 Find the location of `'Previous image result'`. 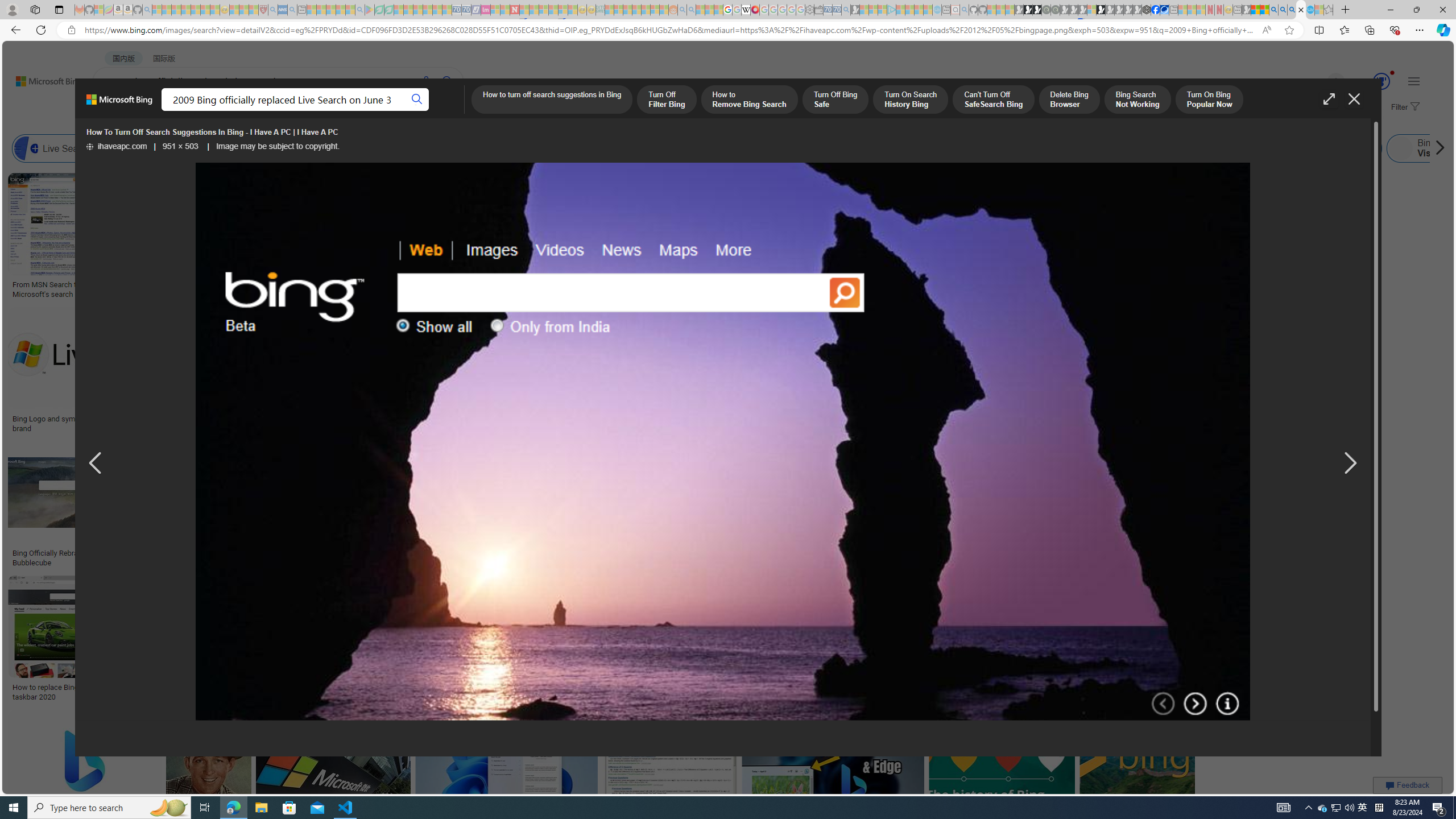

'Previous image result' is located at coordinates (95, 464).